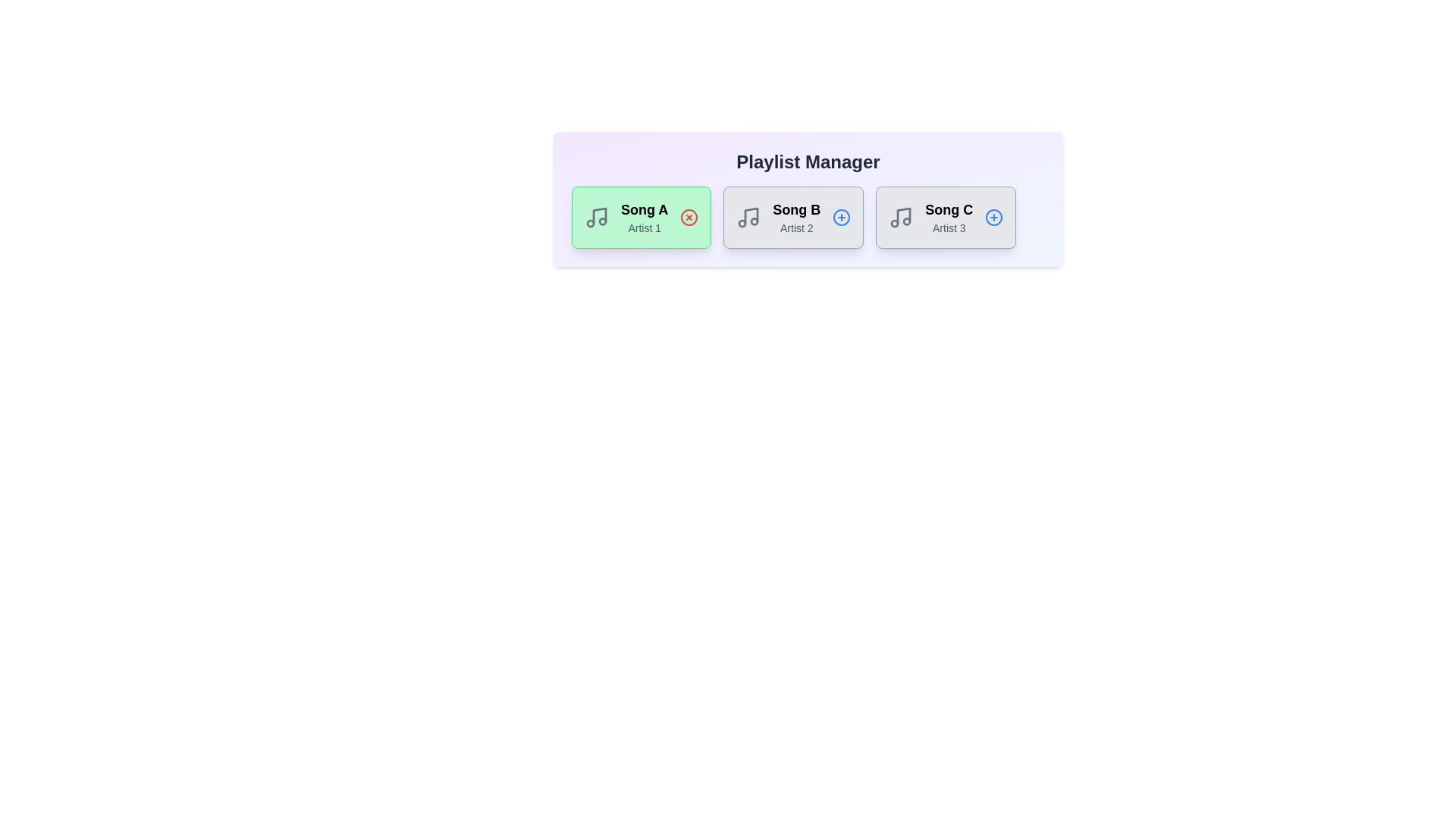 This screenshot has width=1456, height=819. I want to click on add icon for the song titled Song B to add it to the playlist, so click(841, 217).